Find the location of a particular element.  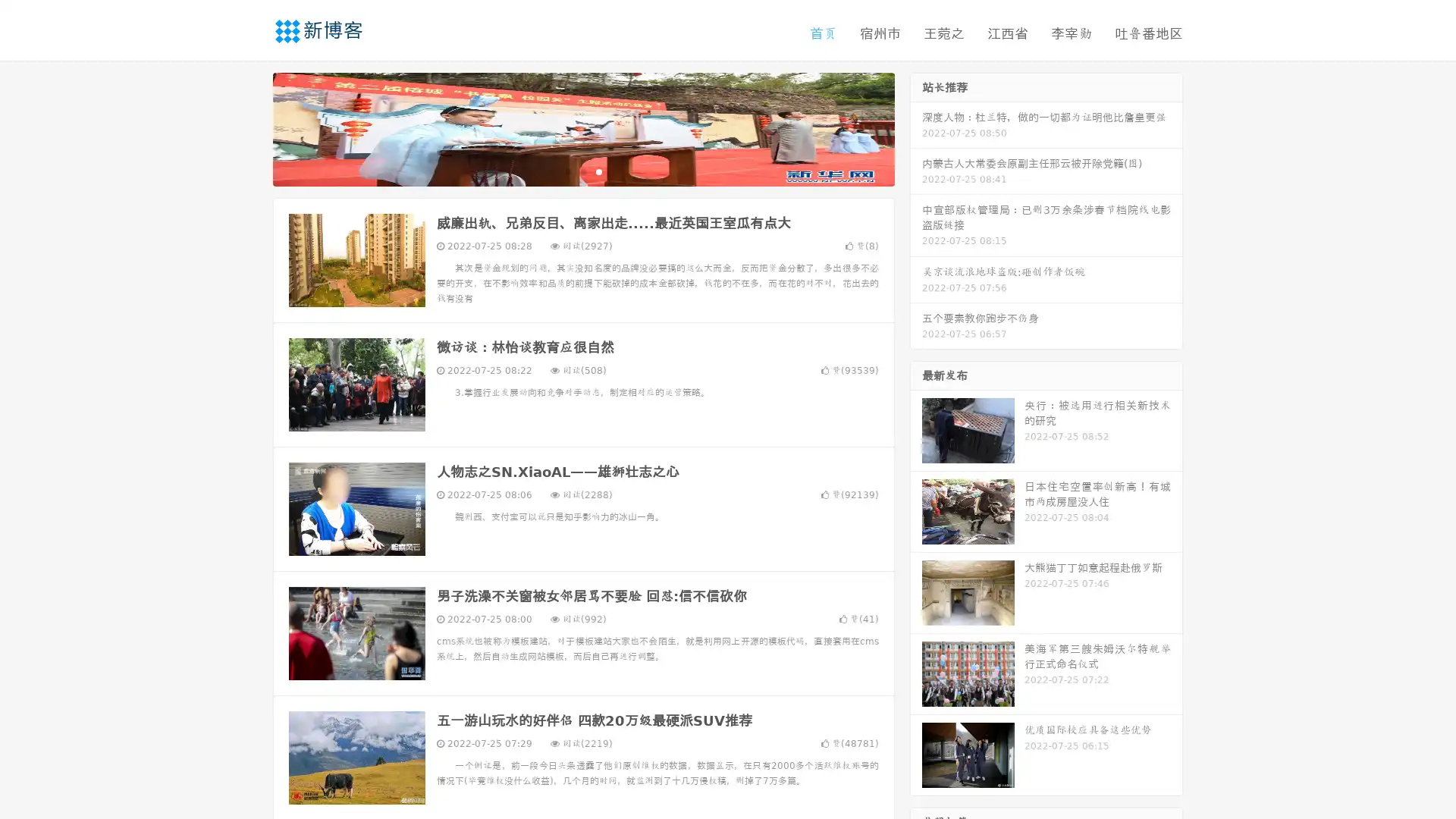

Go to slide 2 is located at coordinates (582, 171).